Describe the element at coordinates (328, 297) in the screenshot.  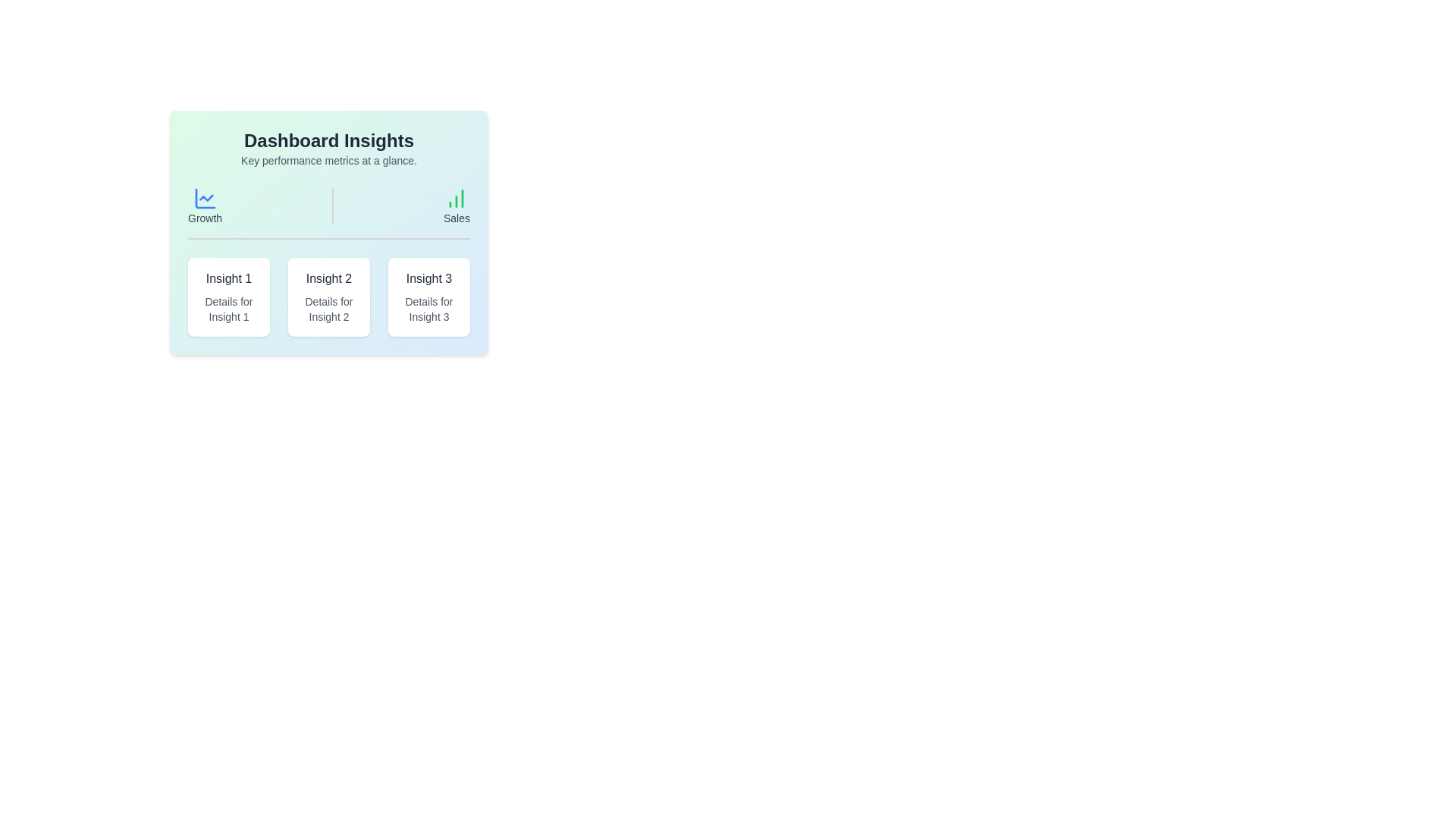
I see `the grid layout containing individual content cards, which is centrally located beneath the 'Dashboard Insights' heading and above the 'Growth' and 'Sales' sections` at that location.